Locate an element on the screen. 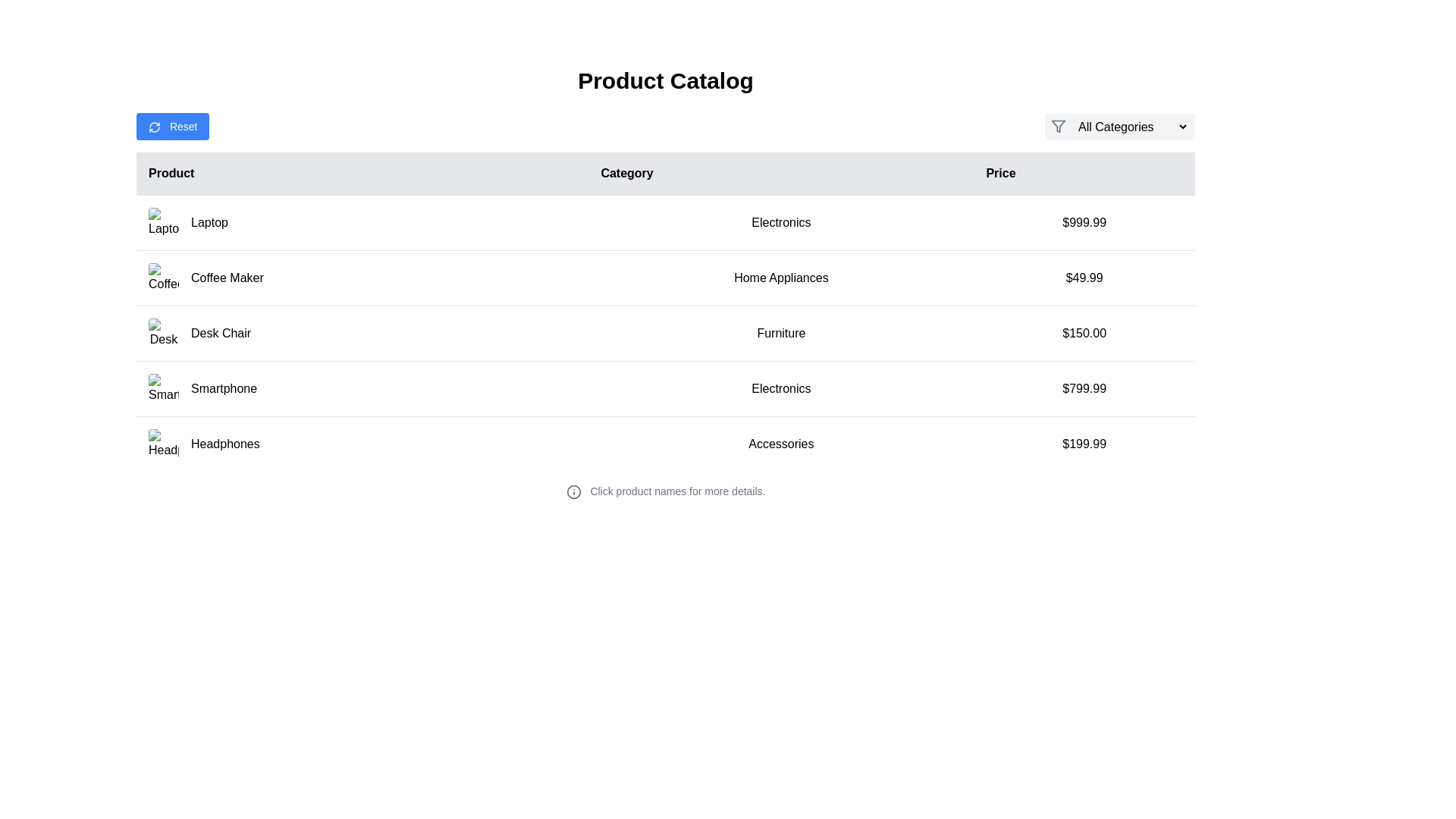  the static image thumbnail representing the Coffee Maker product, which is located in the second row of the product list, to the left of the product name 'Coffee Maker' is located at coordinates (164, 278).